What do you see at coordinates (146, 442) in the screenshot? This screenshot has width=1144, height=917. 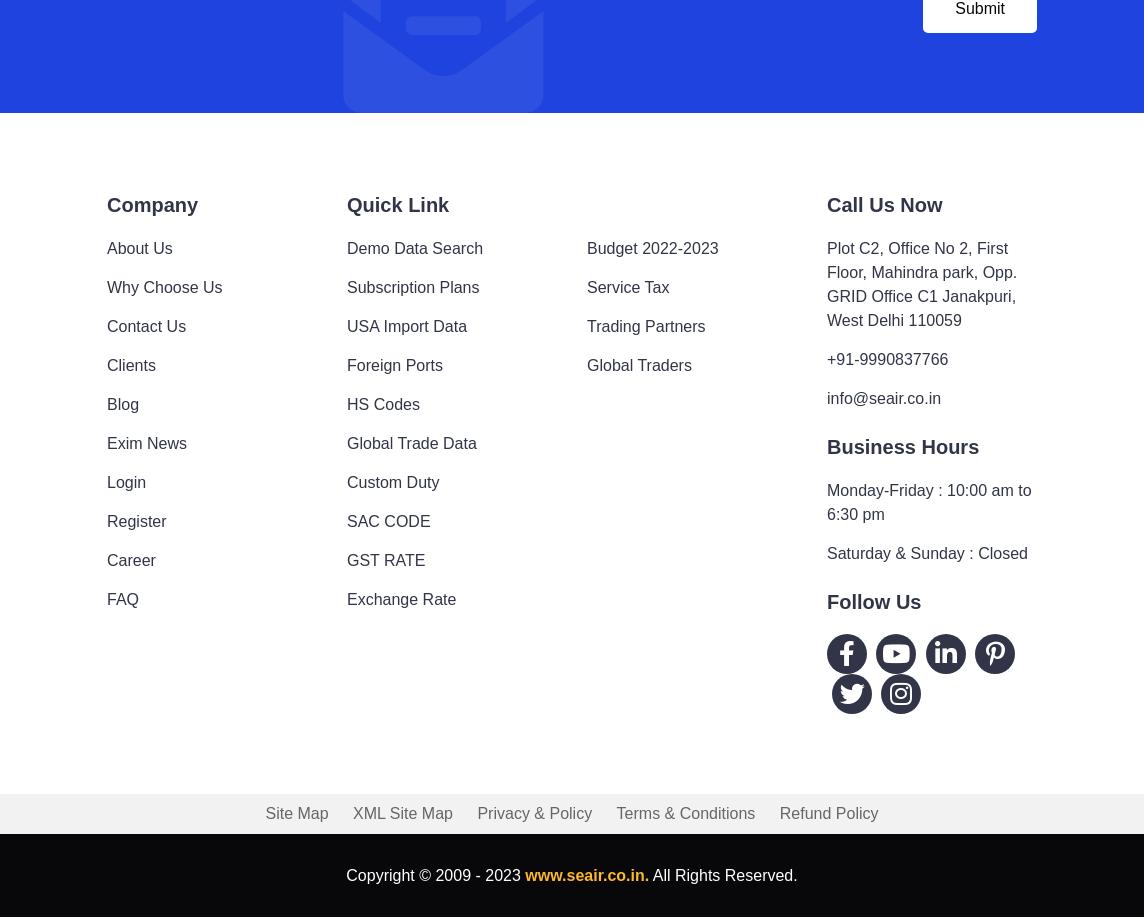 I see `'Exim News'` at bounding box center [146, 442].